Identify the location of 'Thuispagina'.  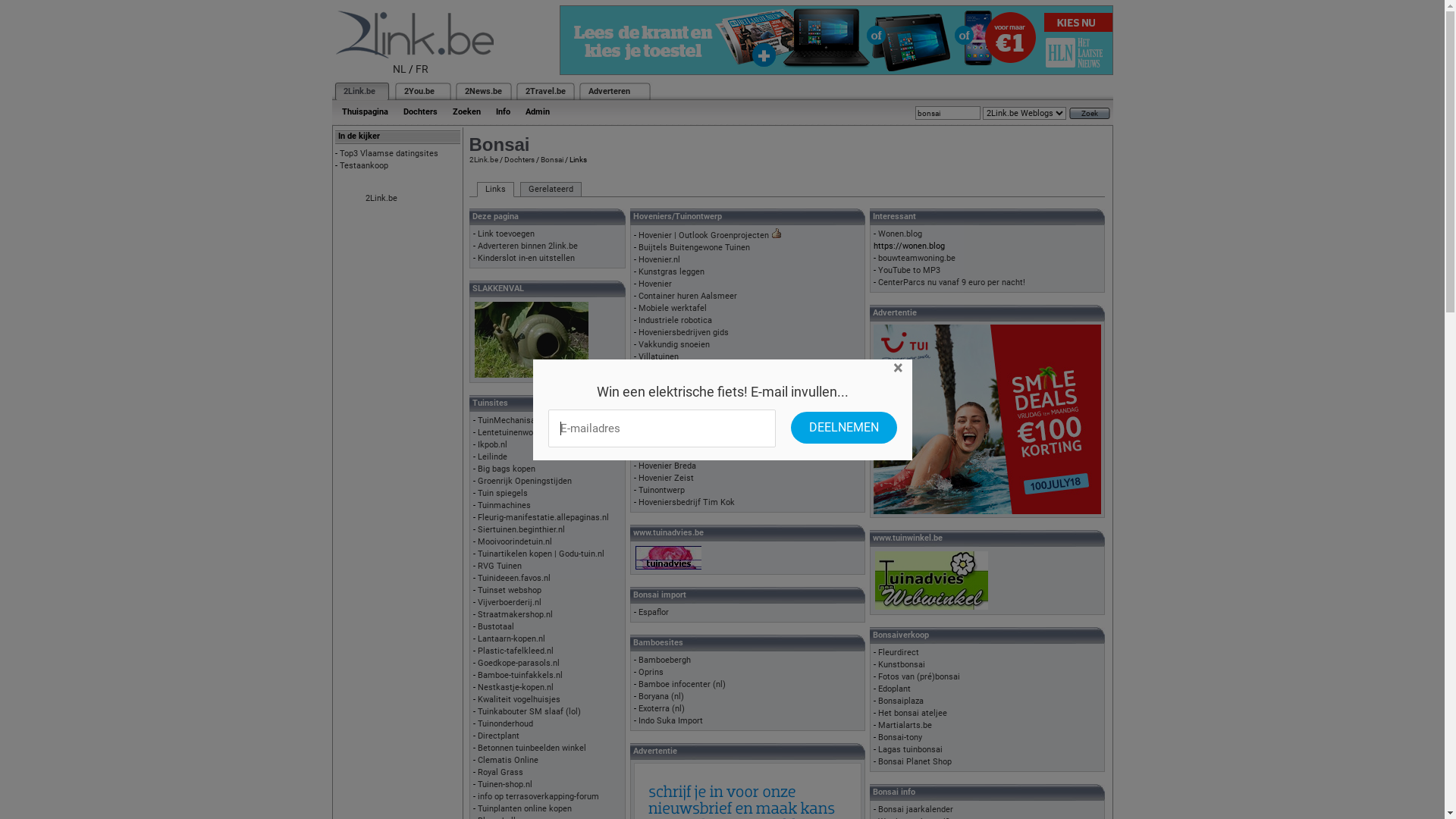
(364, 111).